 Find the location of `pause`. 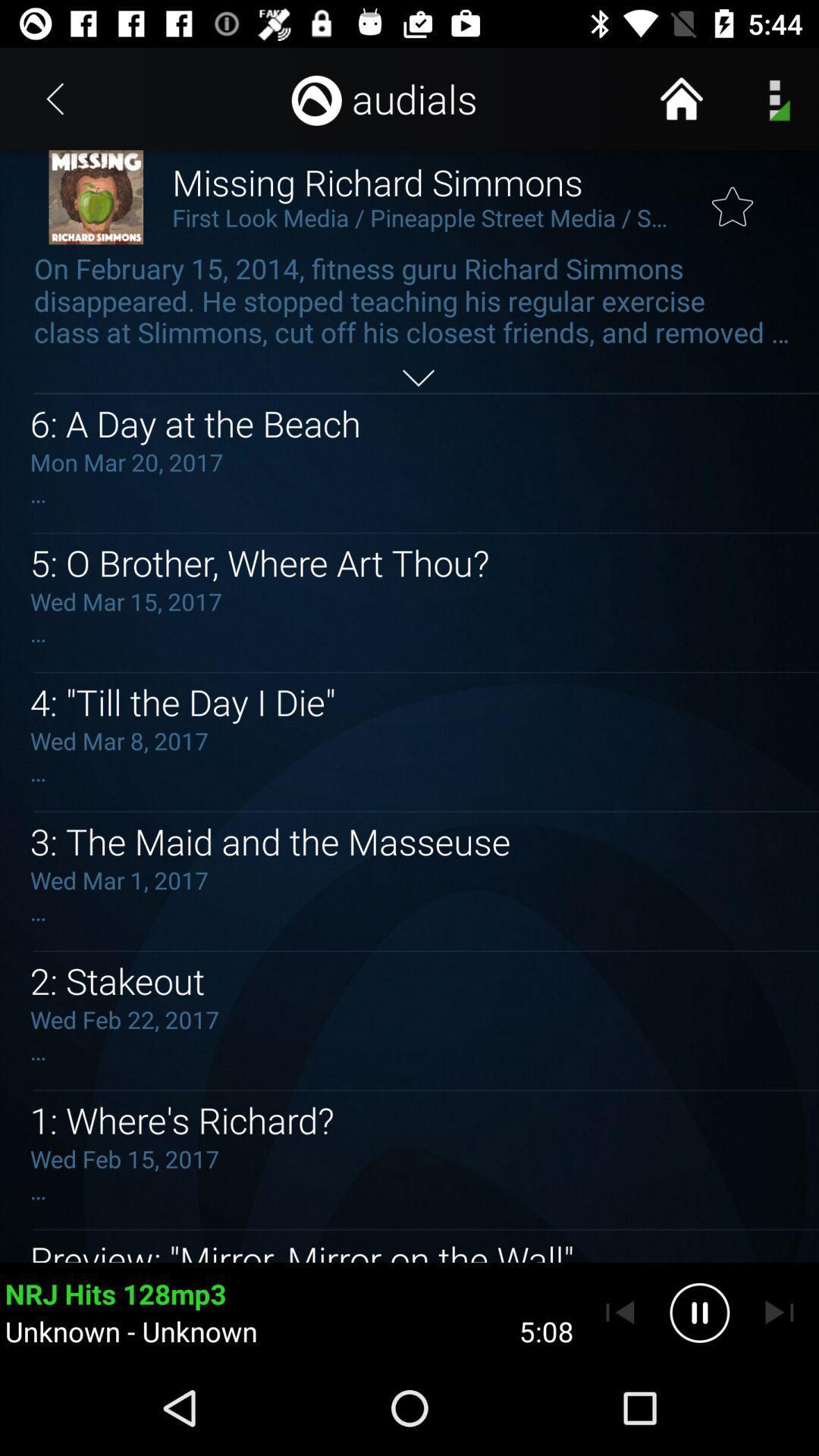

pause is located at coordinates (699, 1312).